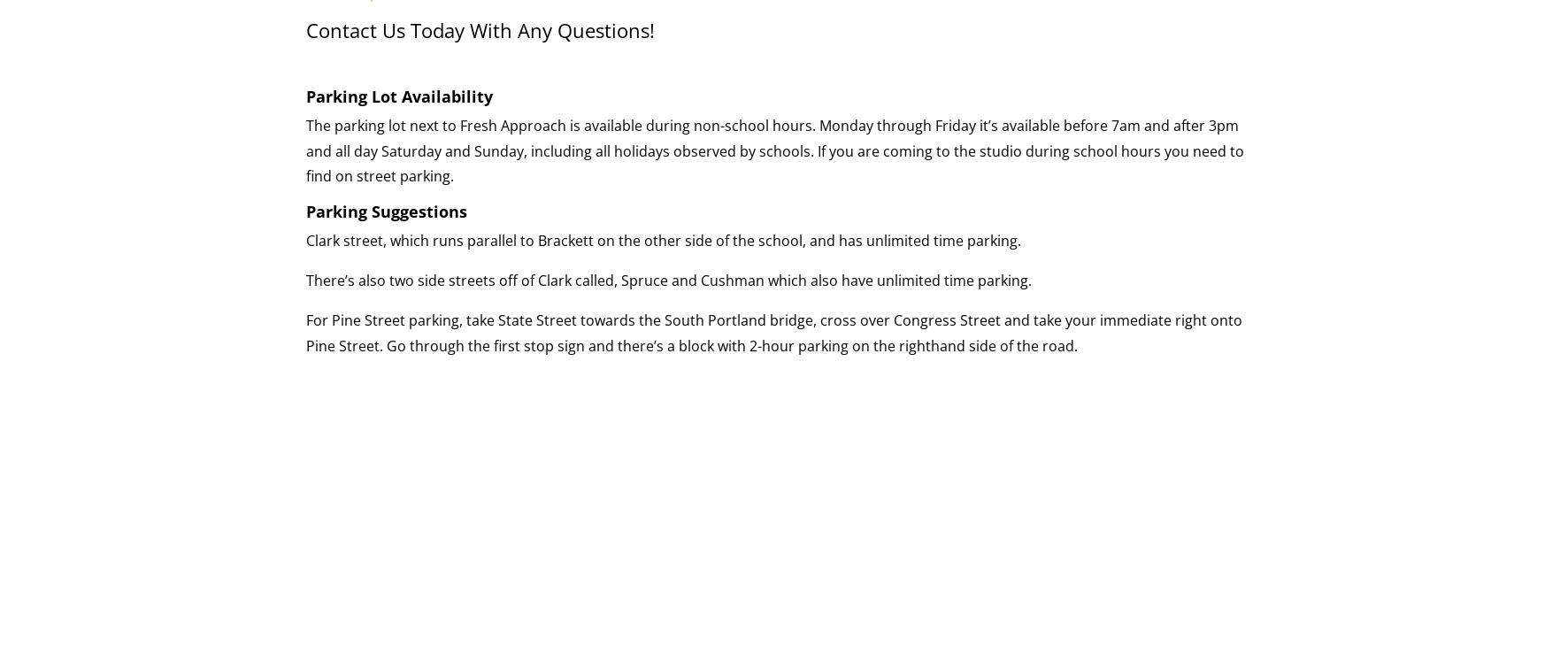 The height and width of the screenshot is (669, 1568). I want to click on '3pm', so click(1223, 124).